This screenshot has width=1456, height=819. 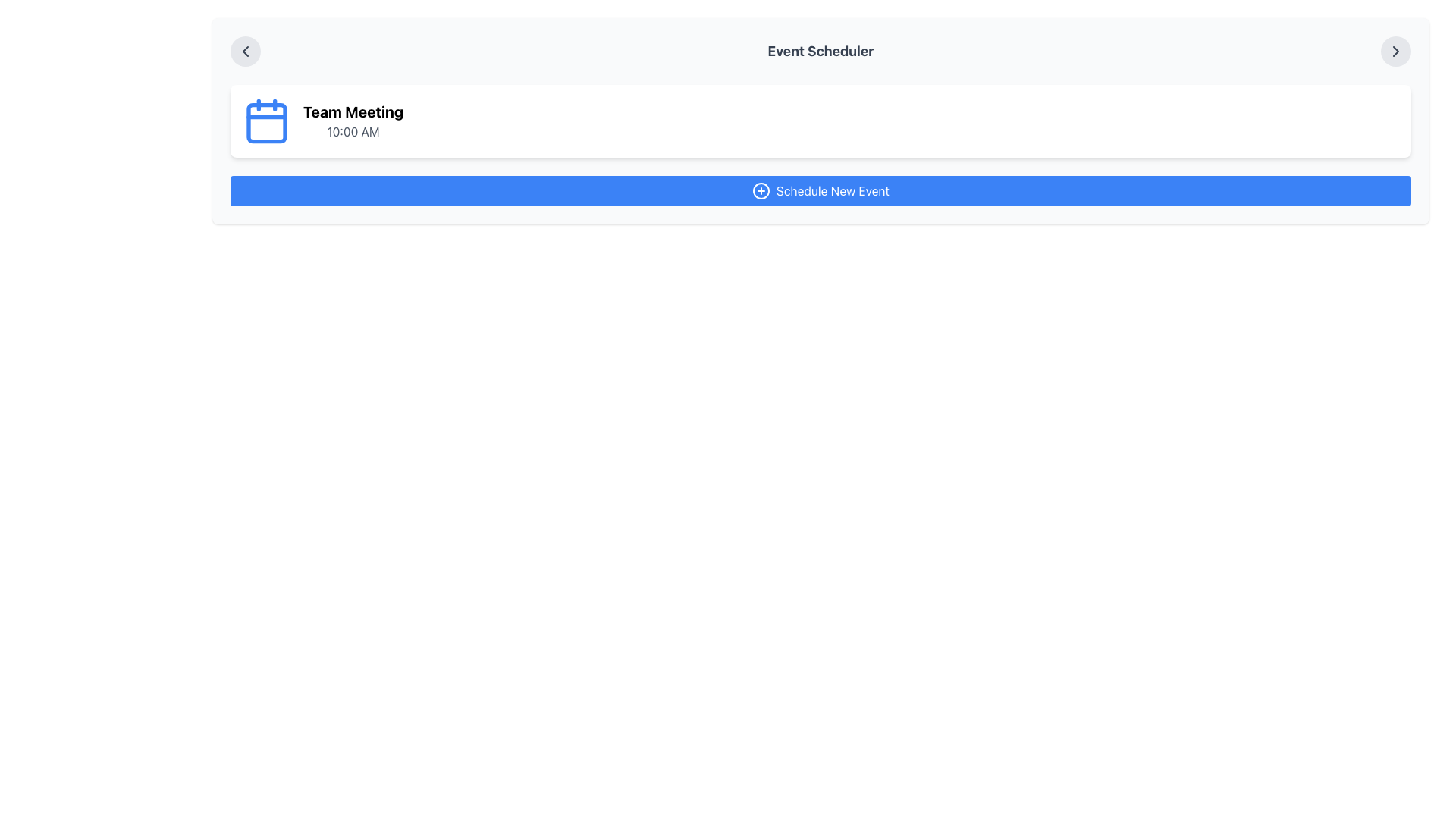 What do you see at coordinates (761, 190) in the screenshot?
I see `the decorative icon of the 'Schedule New Event' button, which enhances its visual appearance and indicates action, located near the left side of the button` at bounding box center [761, 190].